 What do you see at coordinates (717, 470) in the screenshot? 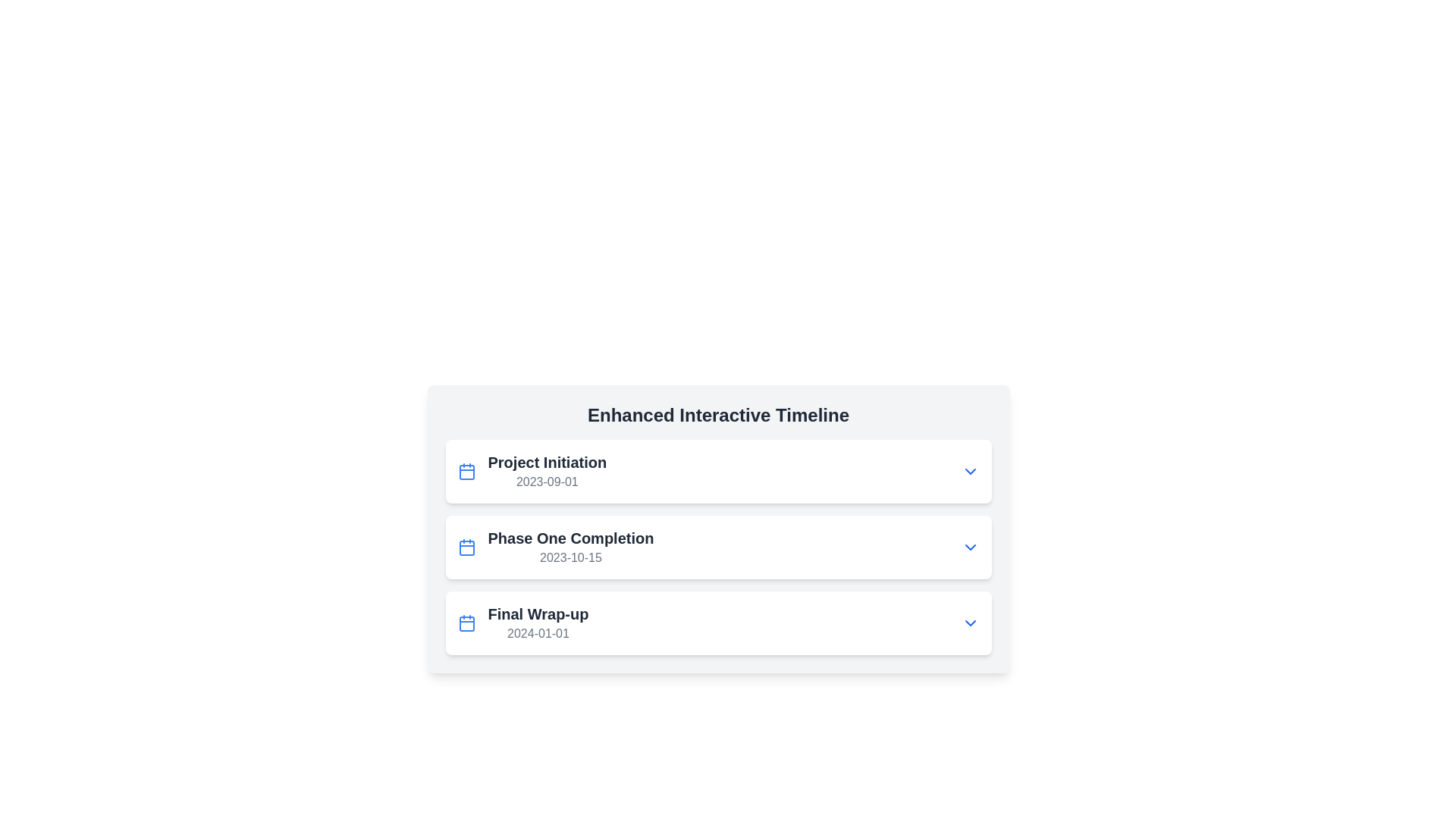
I see `the first interactive list item in the timeline` at bounding box center [717, 470].